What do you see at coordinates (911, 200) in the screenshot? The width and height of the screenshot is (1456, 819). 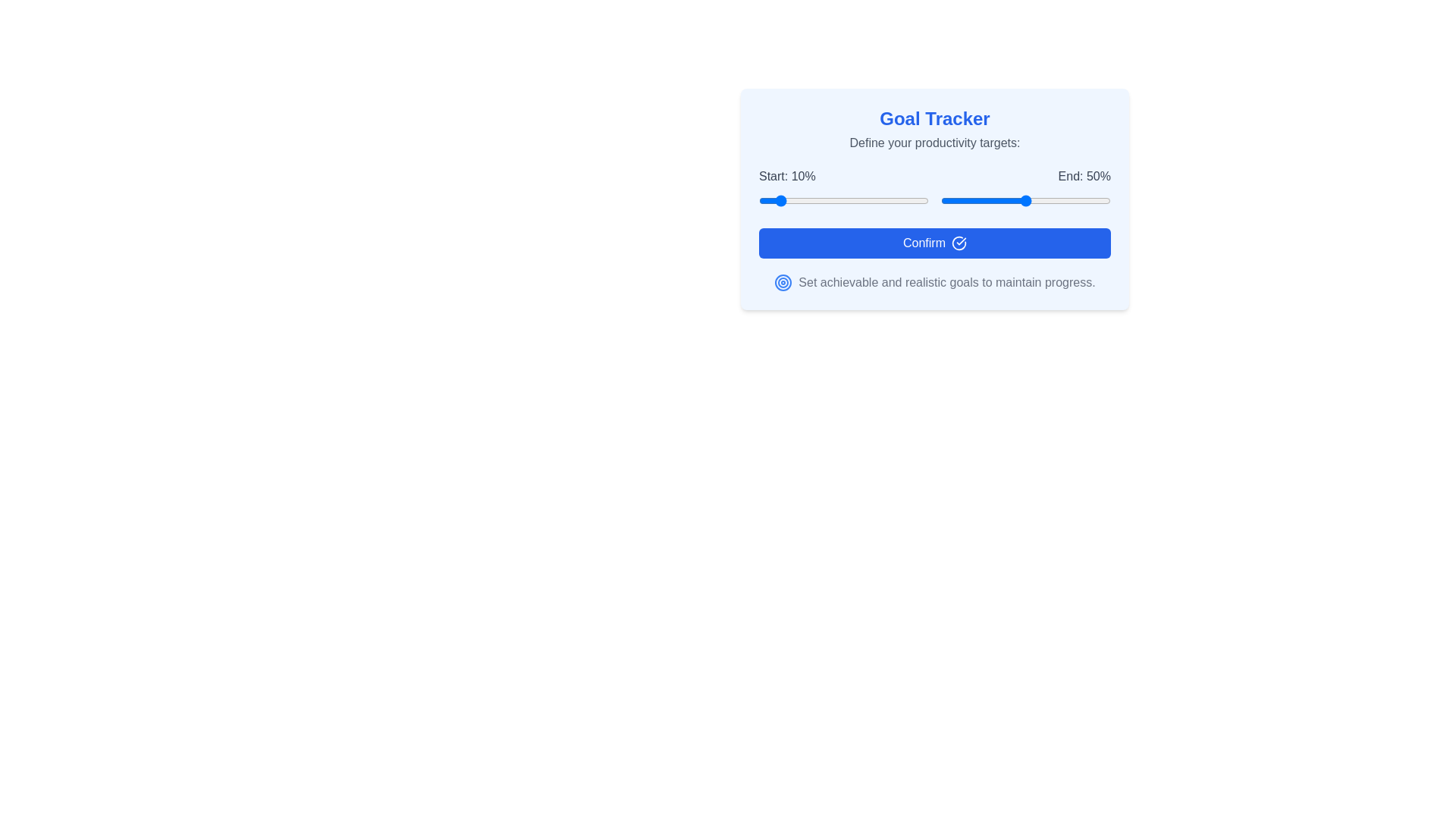 I see `the slider value` at bounding box center [911, 200].